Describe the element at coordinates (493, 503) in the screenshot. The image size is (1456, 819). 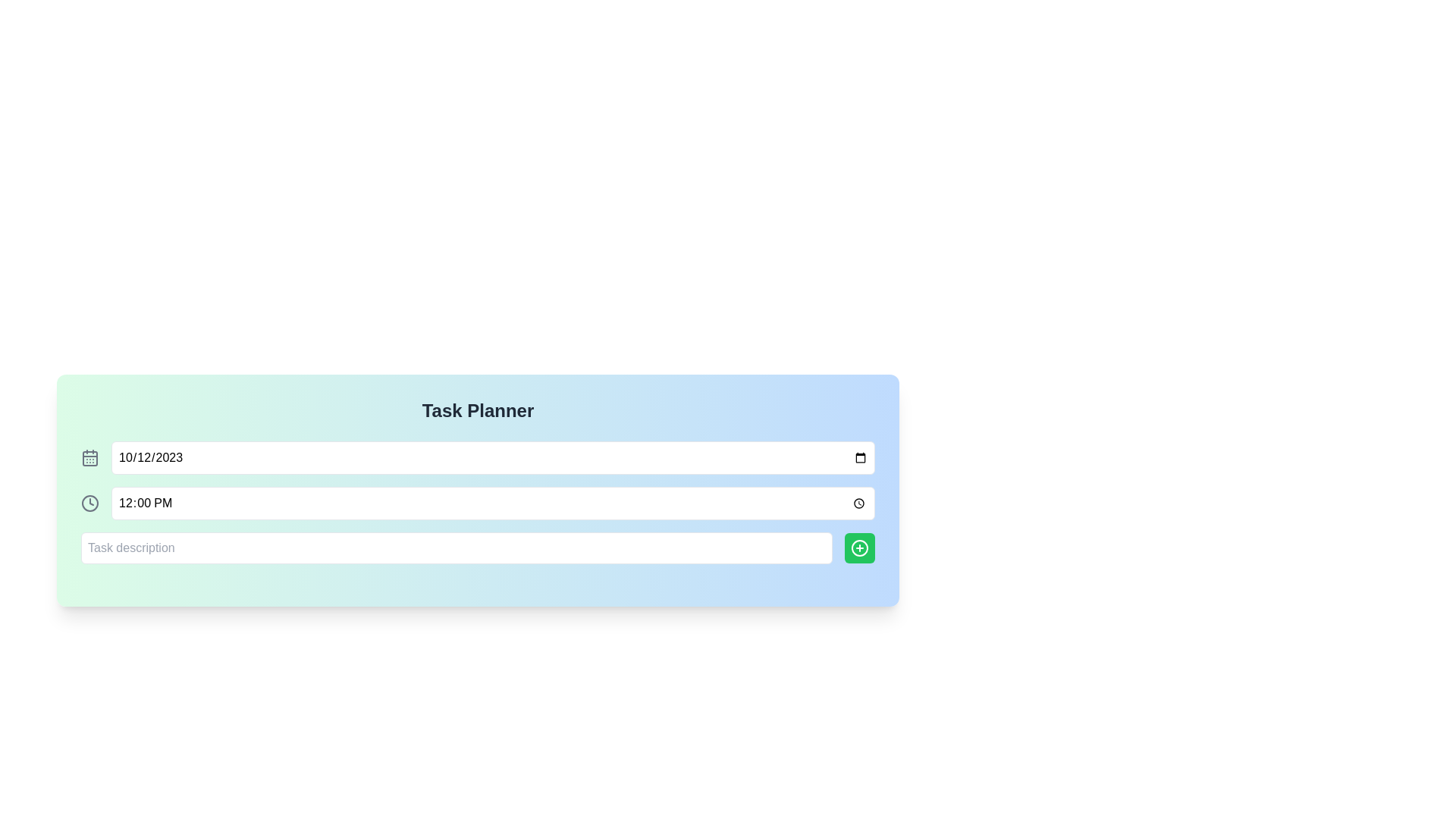
I see `the time input field displaying '12:00 PM'` at that location.